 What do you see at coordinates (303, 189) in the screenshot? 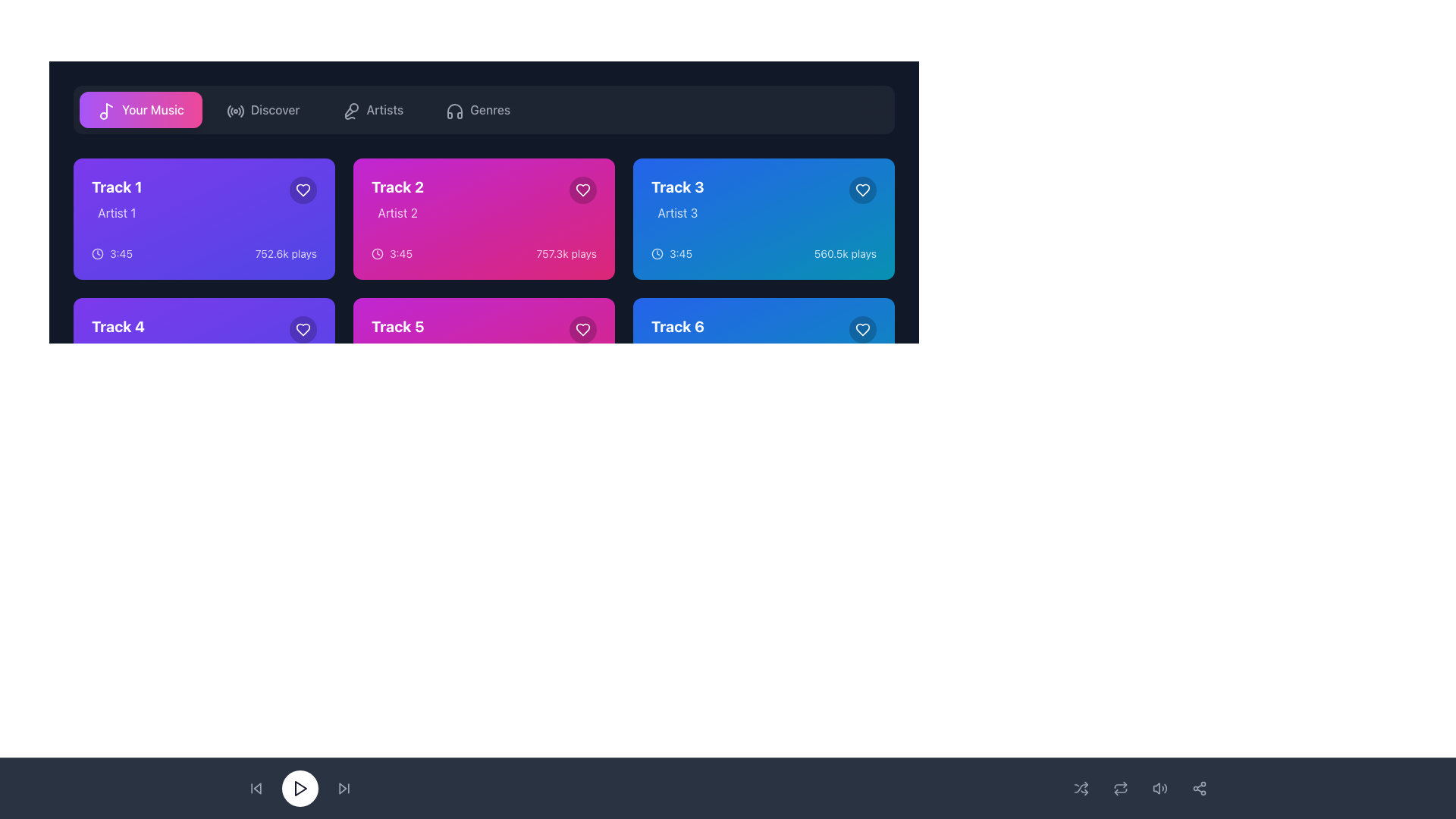
I see `the heart-shaped favorite button in the top-right area of the 'Track 1' card to favorite the track` at bounding box center [303, 189].